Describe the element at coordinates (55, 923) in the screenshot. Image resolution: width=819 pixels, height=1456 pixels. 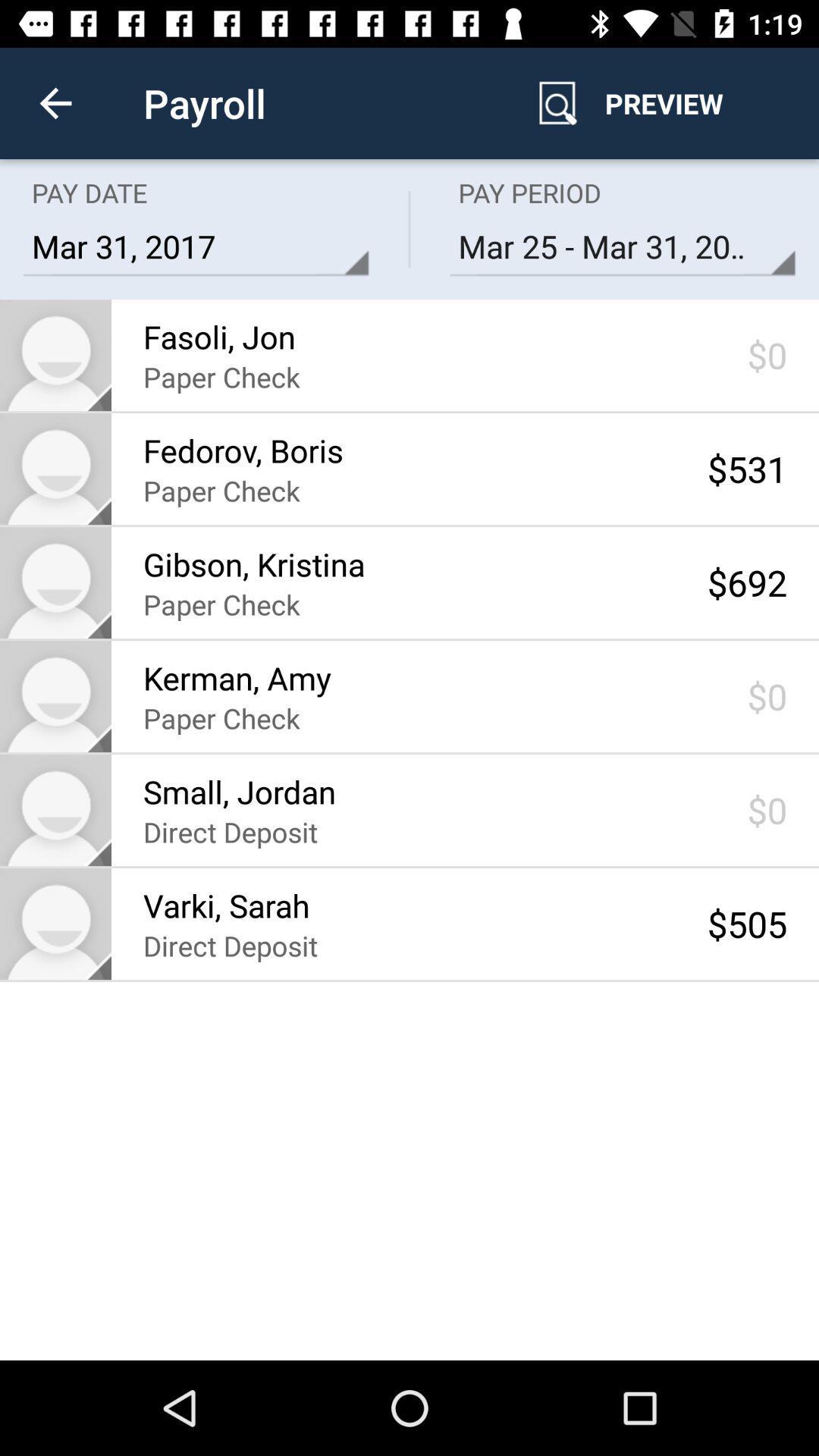
I see `person` at that location.